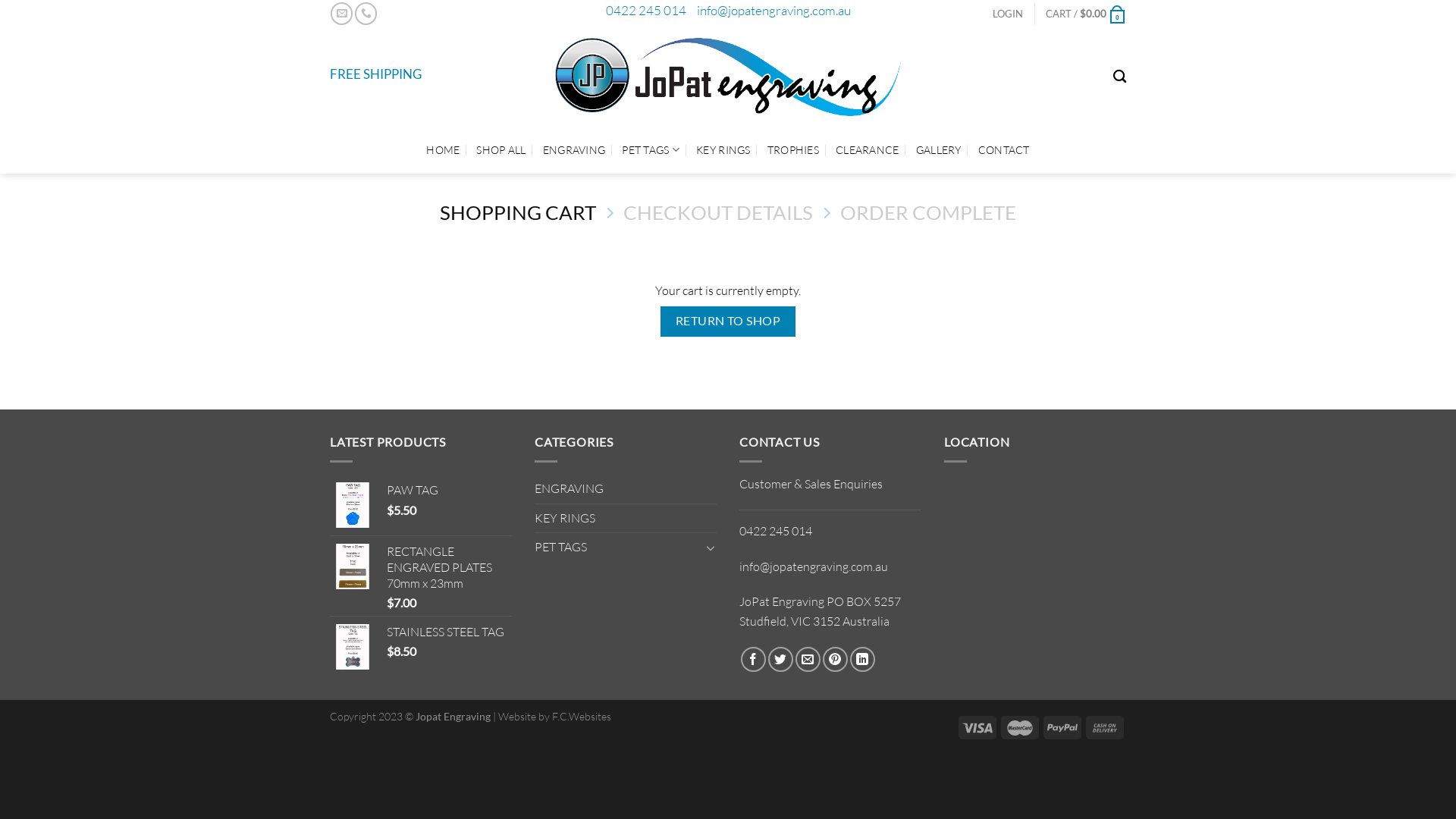 Image resolution: width=1456 pixels, height=819 pixels. Describe the element at coordinates (938, 149) in the screenshot. I see `'GALLERY'` at that location.